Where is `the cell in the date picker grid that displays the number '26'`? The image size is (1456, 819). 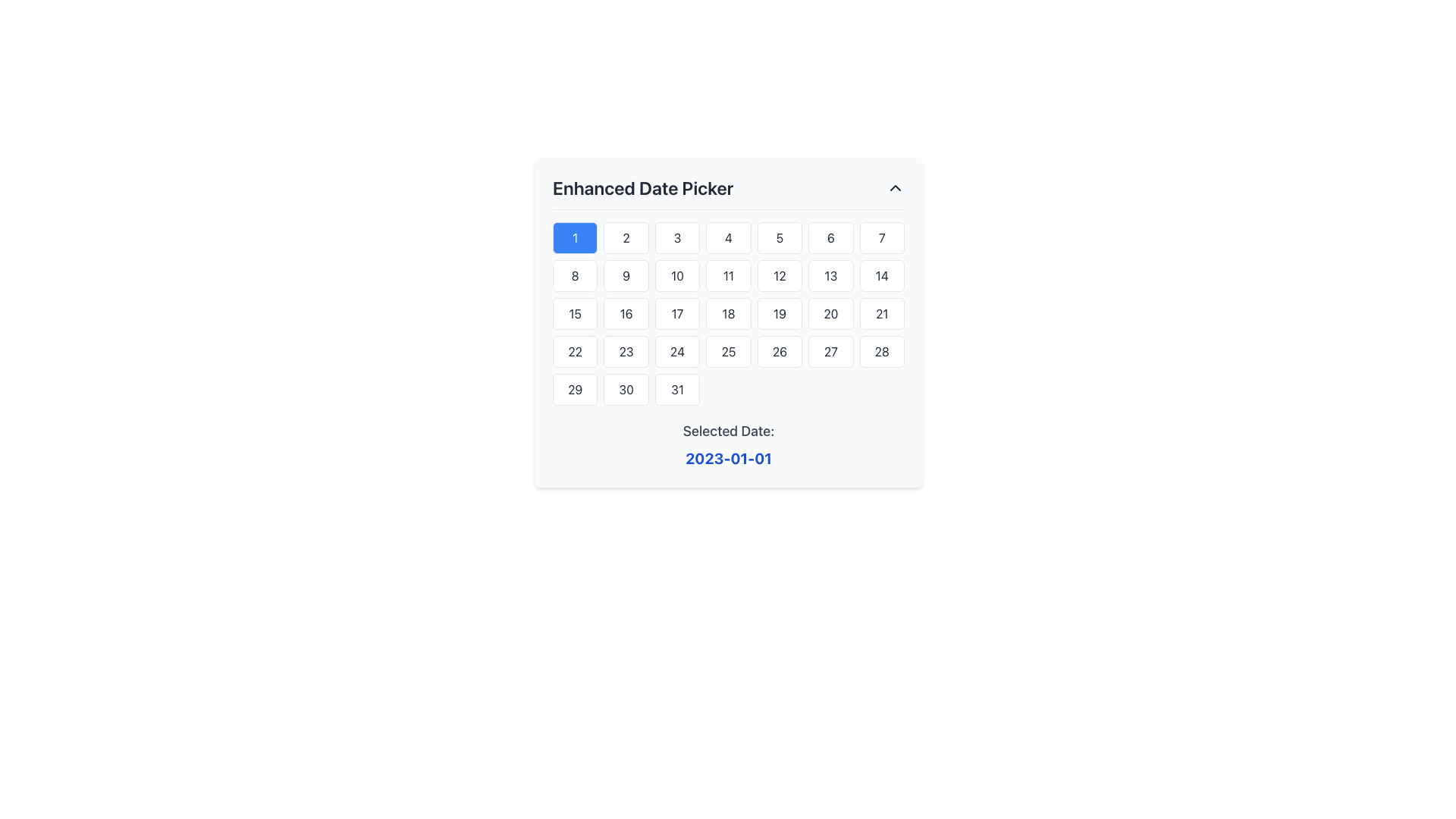 the cell in the date picker grid that displays the number '26' is located at coordinates (780, 351).